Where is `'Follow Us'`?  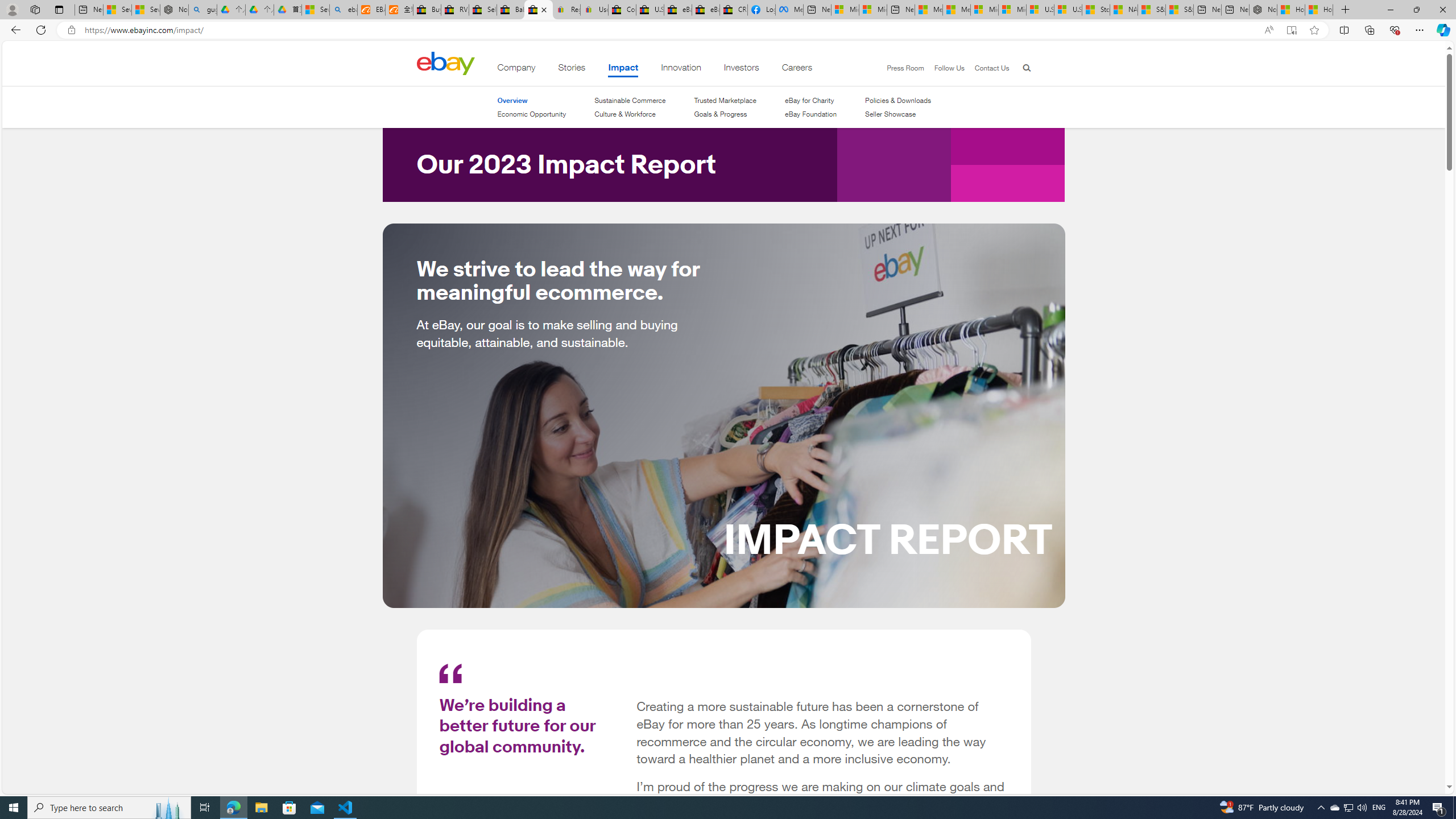 'Follow Us' is located at coordinates (943, 68).